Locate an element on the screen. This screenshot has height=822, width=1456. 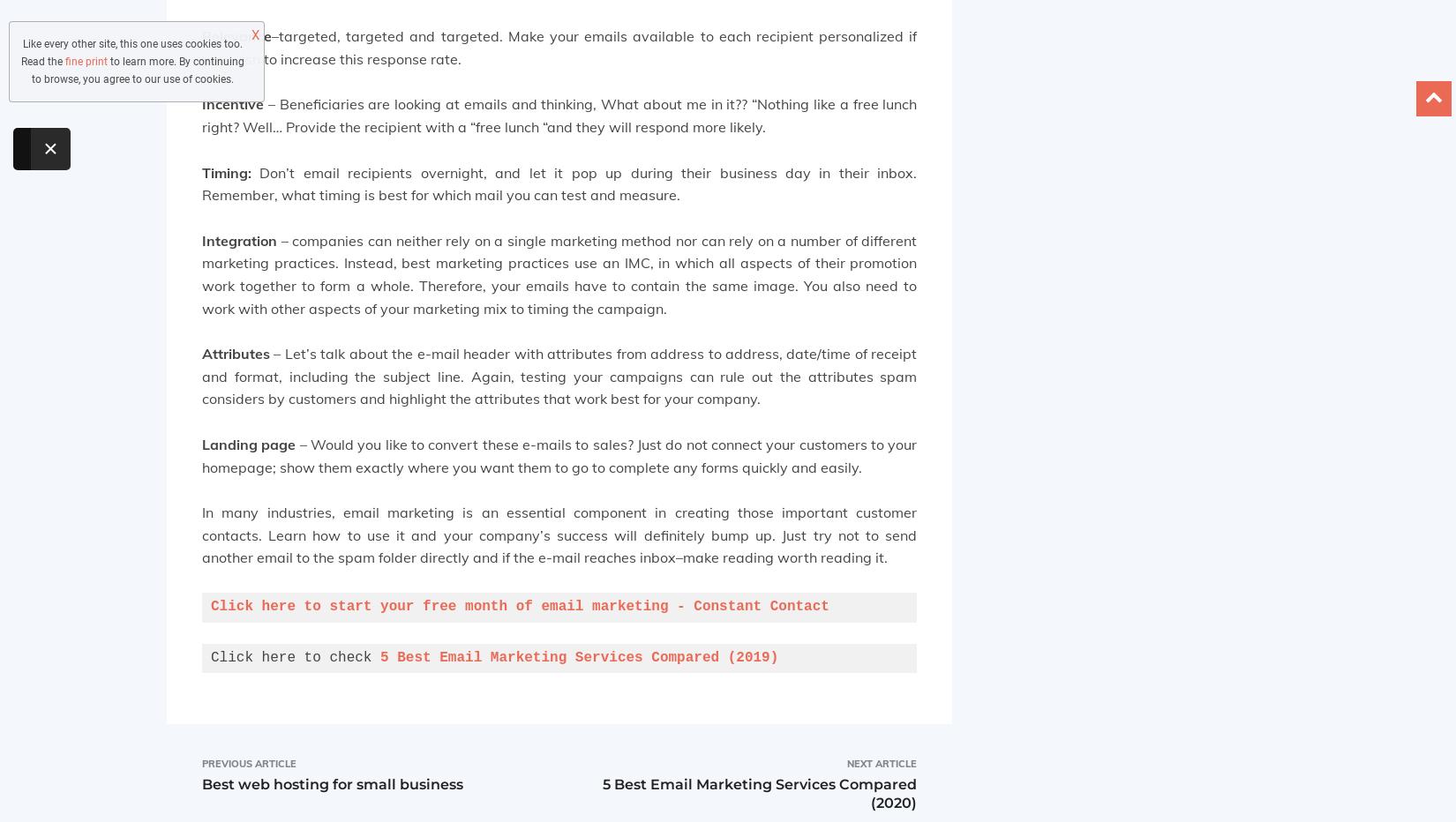
'Integration' is located at coordinates (202, 238).